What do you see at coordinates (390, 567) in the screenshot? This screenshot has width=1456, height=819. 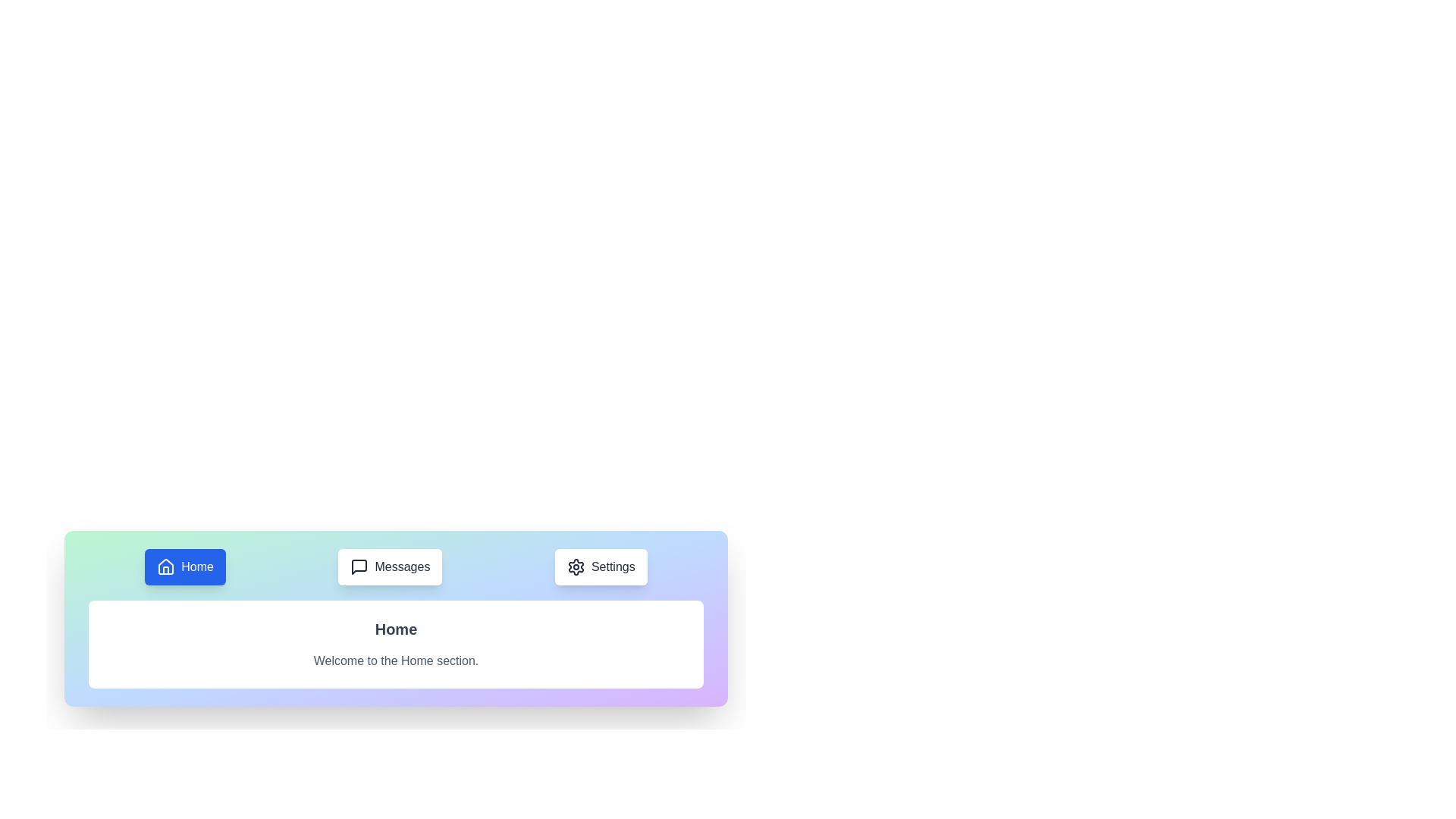 I see `the tab labeled Messages to select it` at bounding box center [390, 567].